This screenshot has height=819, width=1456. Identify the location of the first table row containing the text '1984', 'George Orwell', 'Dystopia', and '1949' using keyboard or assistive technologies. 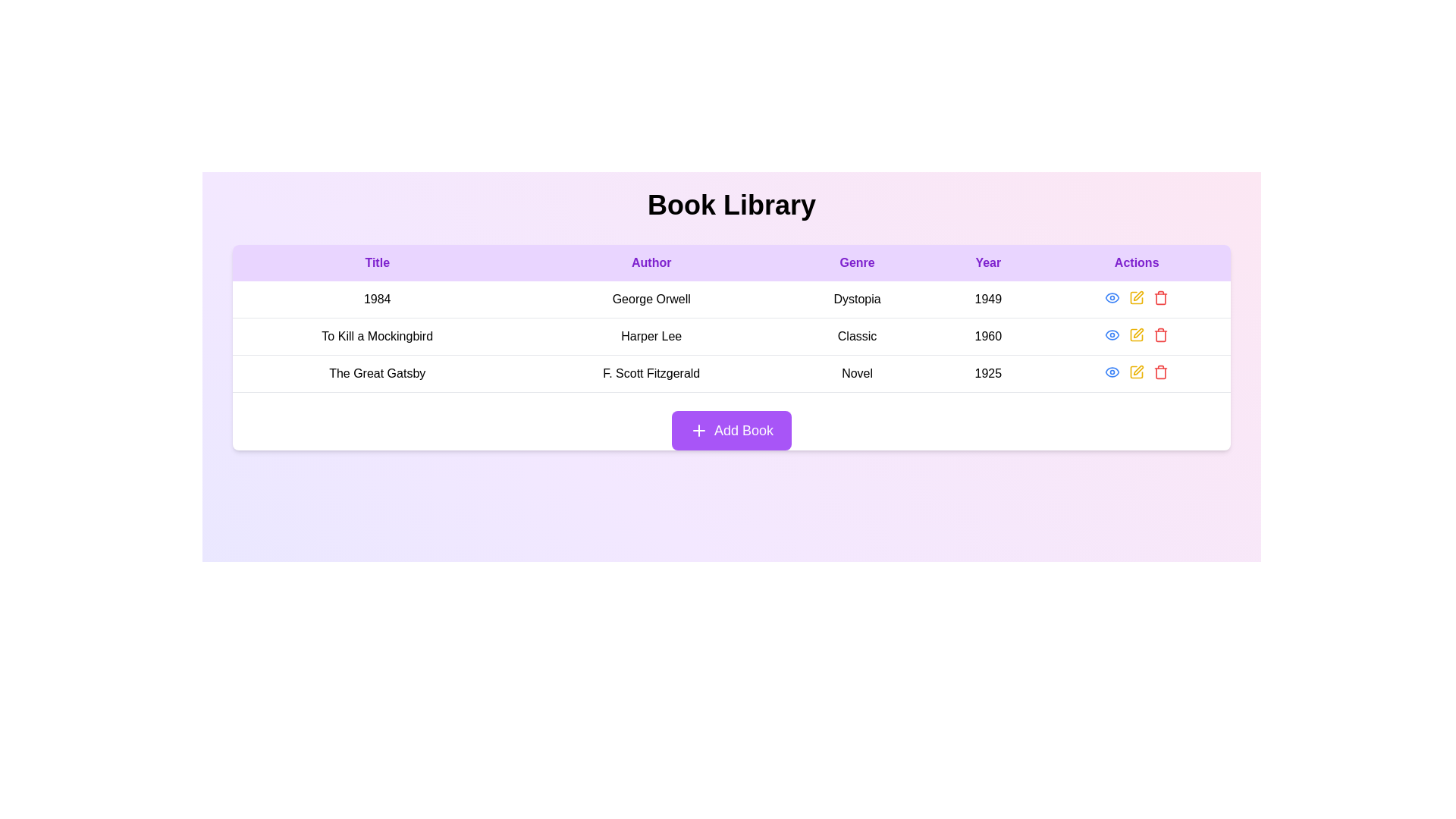
(731, 299).